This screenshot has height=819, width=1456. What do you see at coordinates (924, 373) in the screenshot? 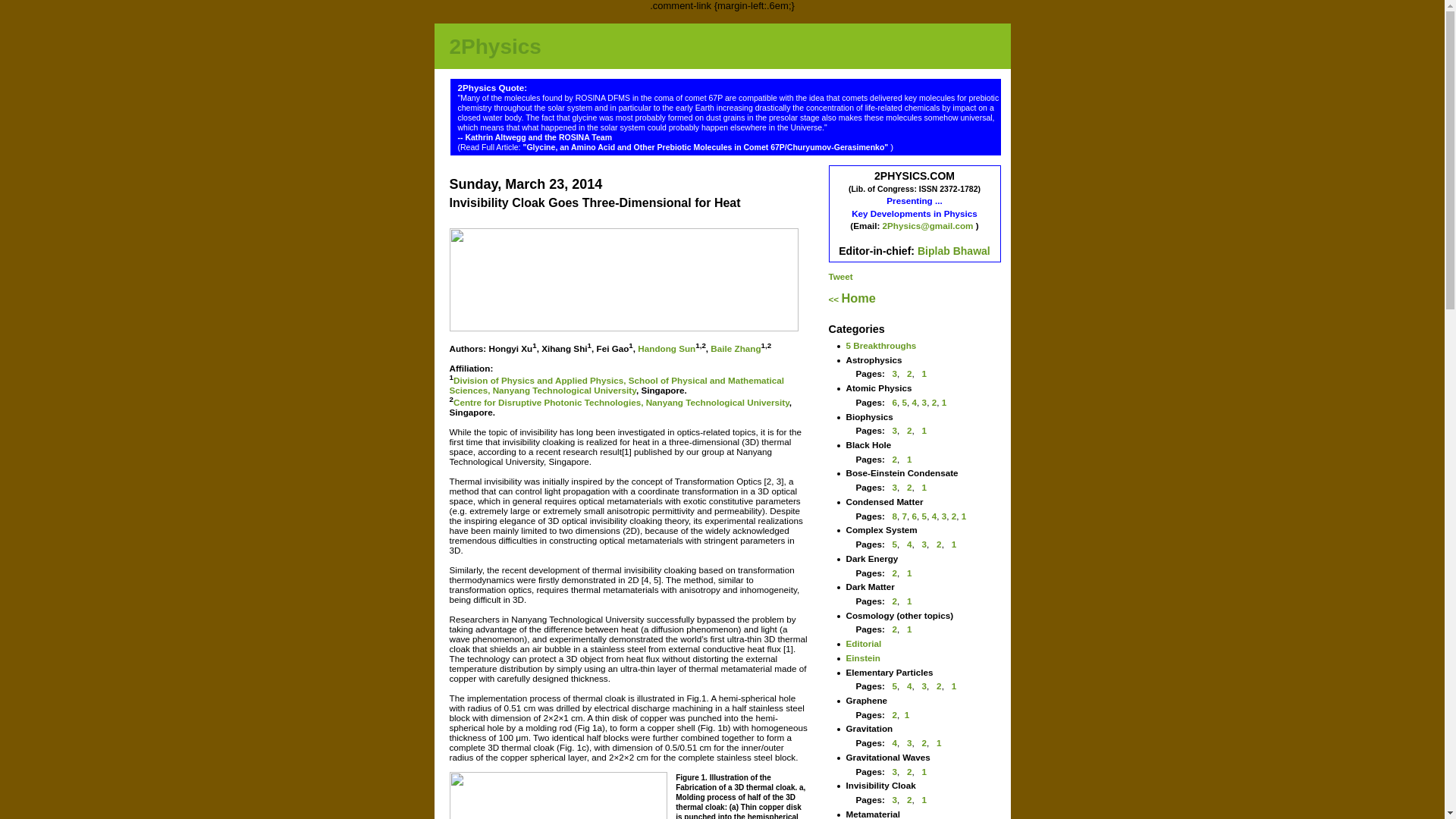
I see `'1'` at bounding box center [924, 373].